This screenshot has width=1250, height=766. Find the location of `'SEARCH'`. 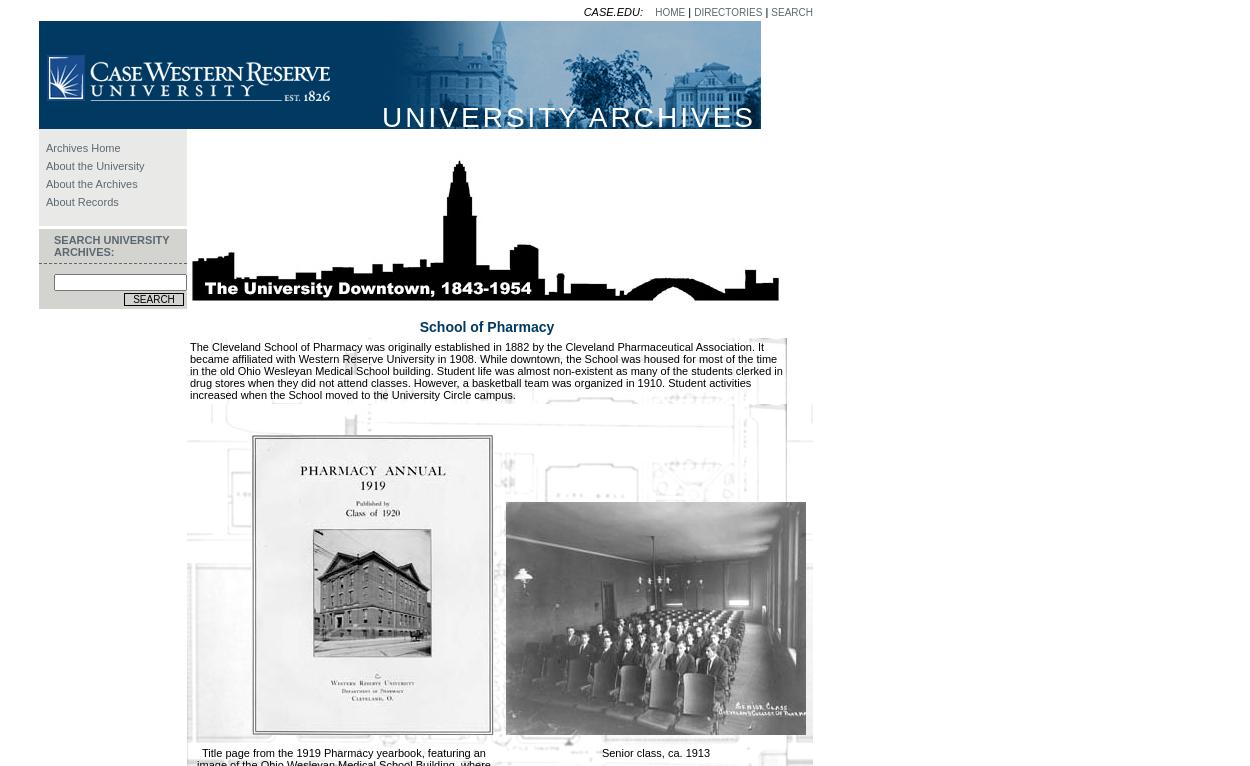

'SEARCH' is located at coordinates (792, 11).